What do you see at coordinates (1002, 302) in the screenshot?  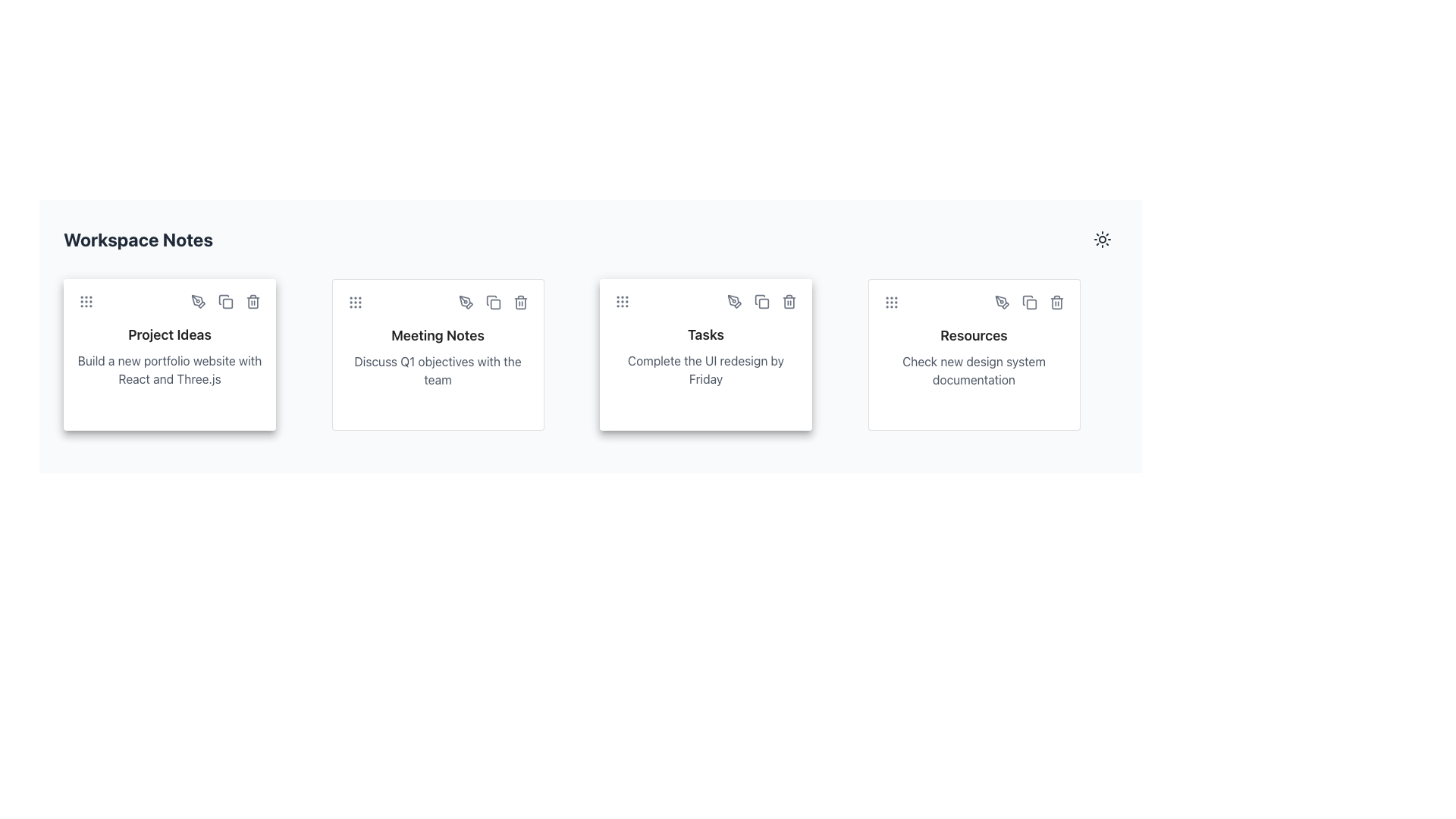 I see `the pen tool icon button, which is the leftmost icon within the group of actions in the header of the 'Resources' card` at bounding box center [1002, 302].